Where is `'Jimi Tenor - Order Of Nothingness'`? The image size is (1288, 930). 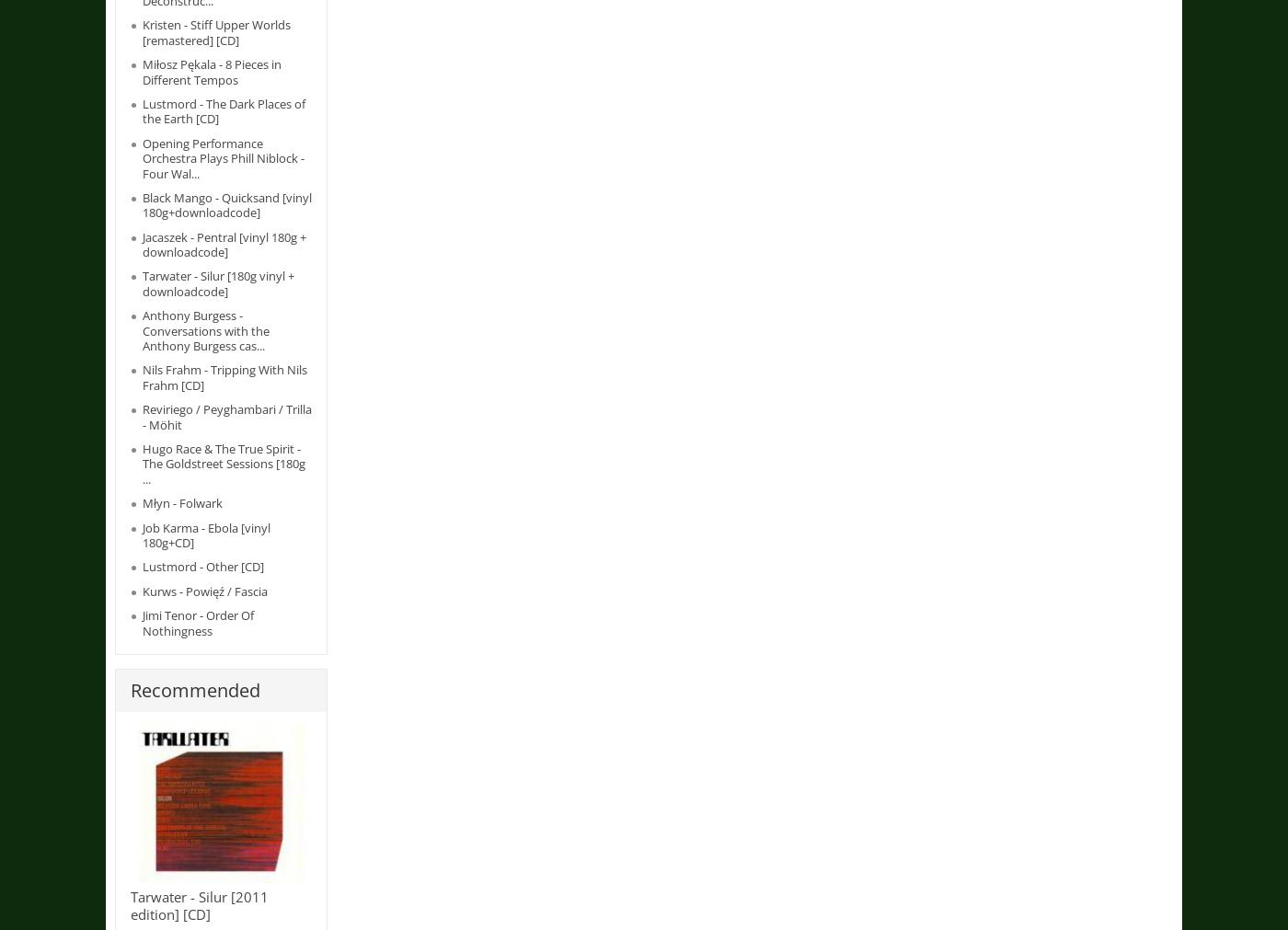 'Jimi Tenor - Order Of Nothingness' is located at coordinates (198, 621).